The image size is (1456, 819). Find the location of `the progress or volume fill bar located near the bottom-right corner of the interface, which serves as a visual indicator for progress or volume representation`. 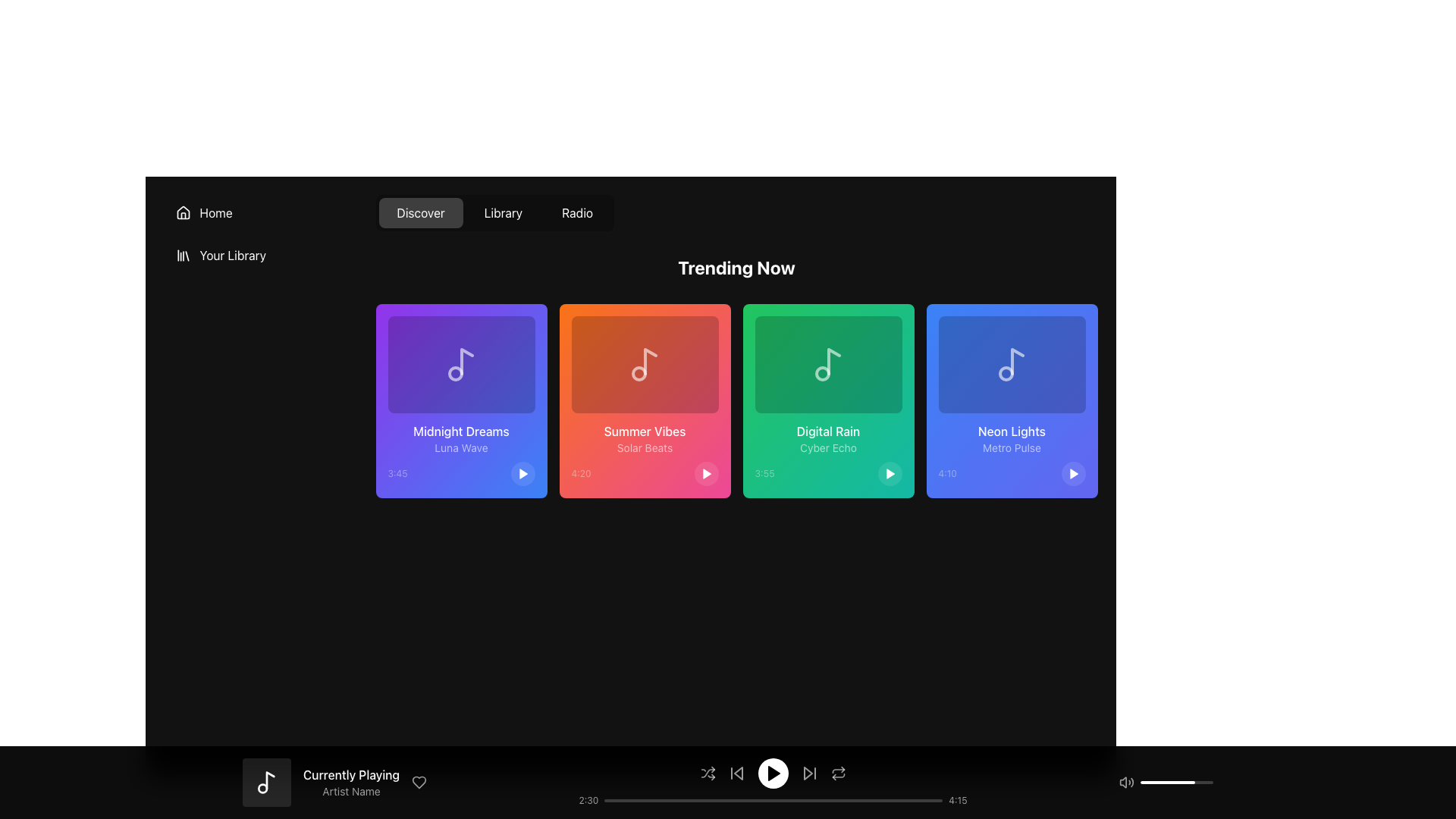

the progress or volume fill bar located near the bottom-right corner of the interface, which serves as a visual indicator for progress or volume representation is located at coordinates (1167, 783).